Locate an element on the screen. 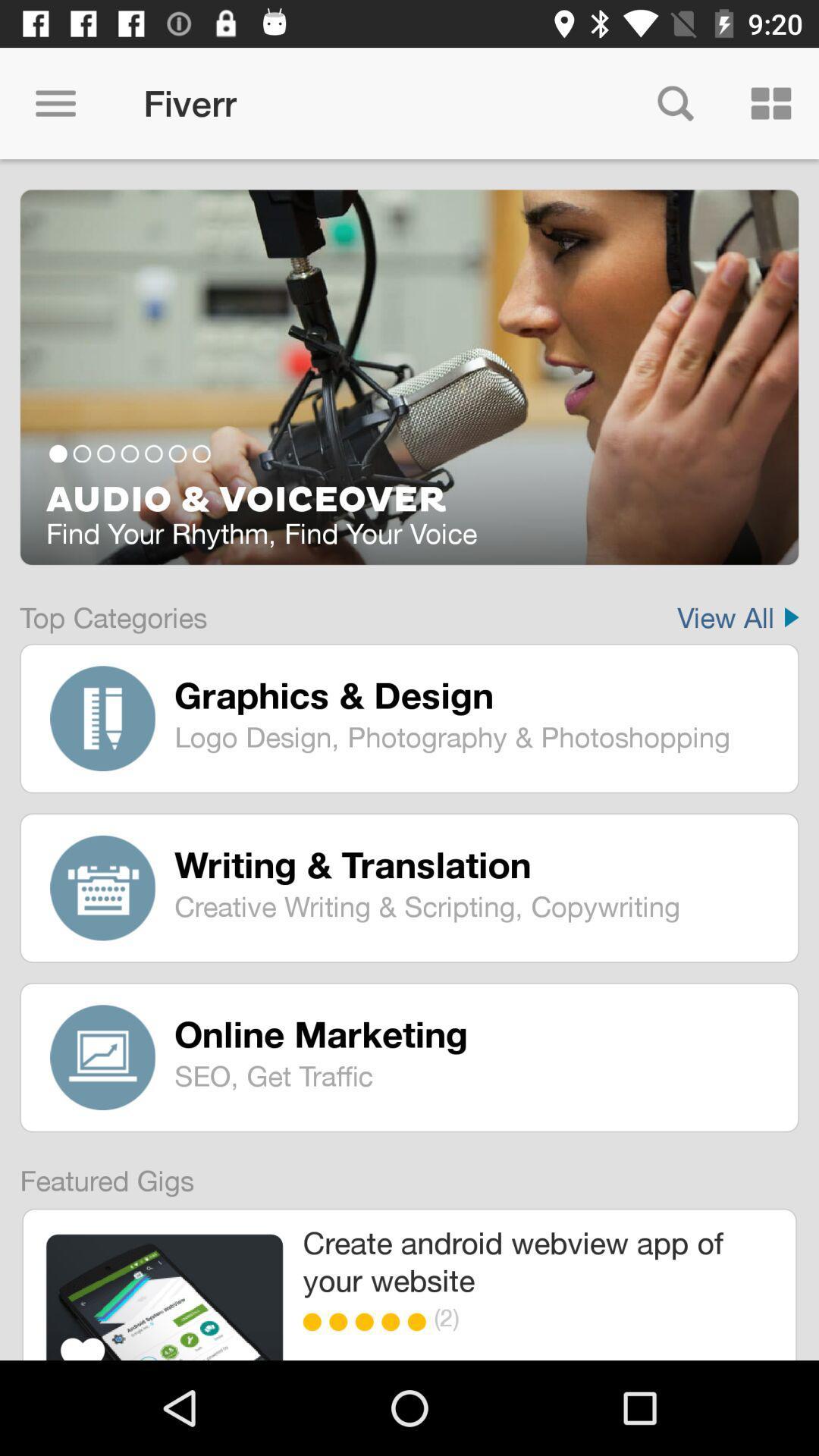 This screenshot has height=1456, width=819. the item below create android webview icon is located at coordinates (421, 1321).